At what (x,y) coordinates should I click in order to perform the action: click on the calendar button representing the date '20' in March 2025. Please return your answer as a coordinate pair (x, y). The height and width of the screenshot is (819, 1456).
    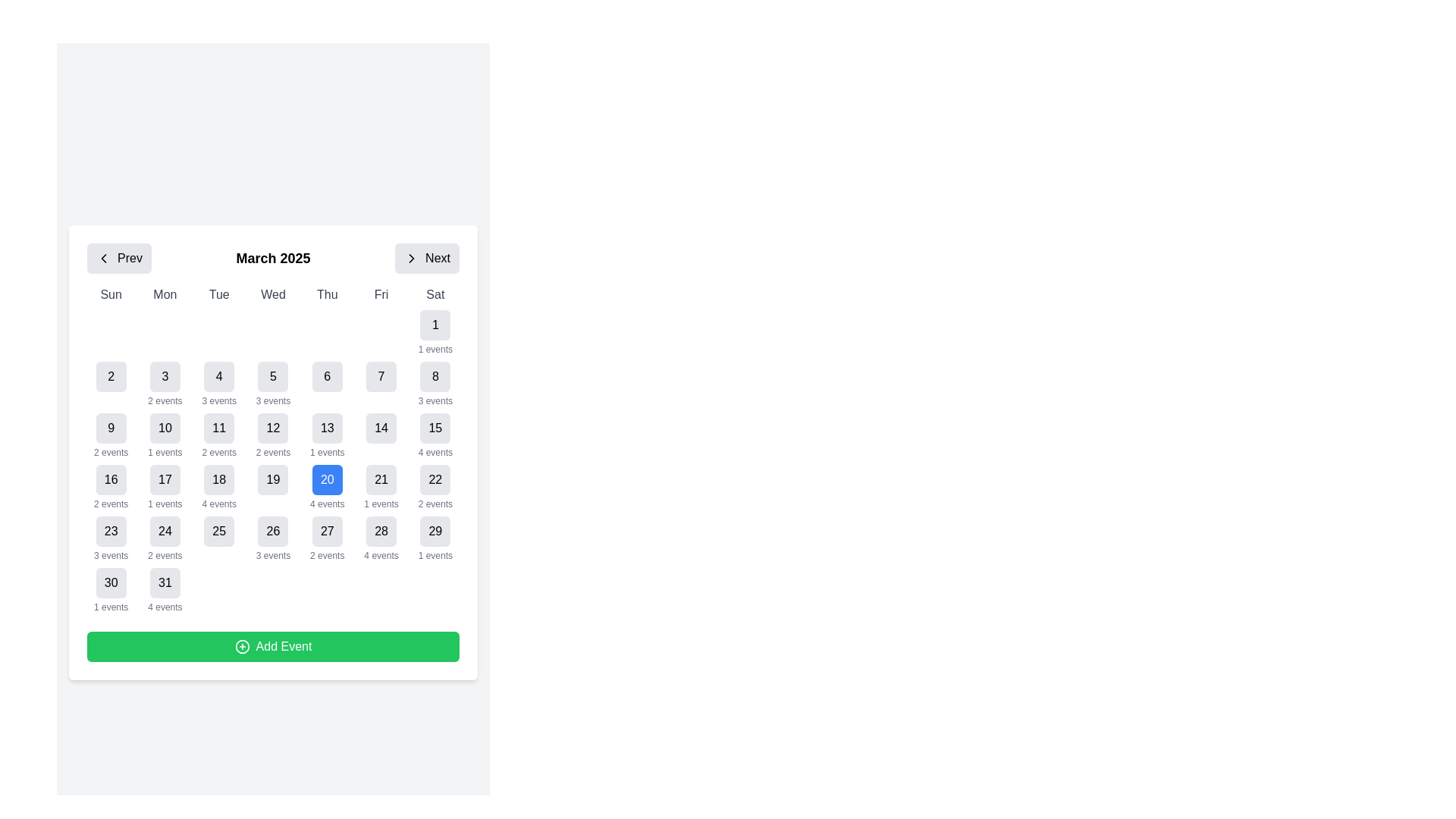
    Looking at the image, I should click on (326, 479).